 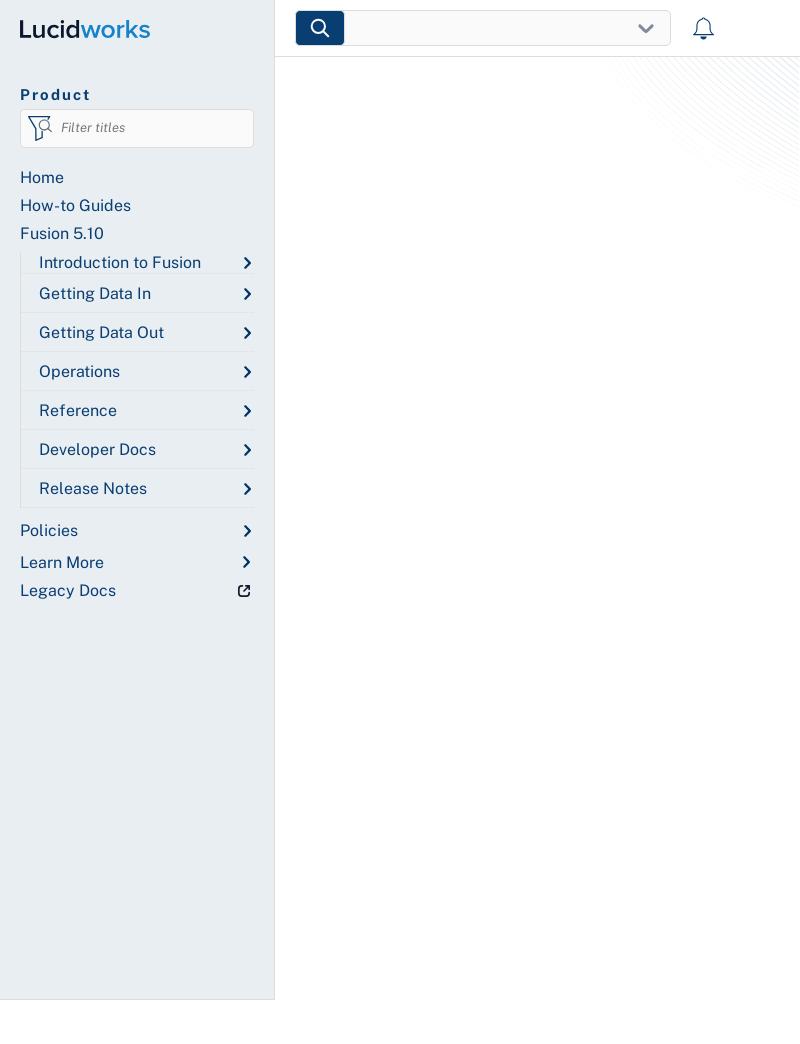 What do you see at coordinates (78, 409) in the screenshot?
I see `'Reference'` at bounding box center [78, 409].